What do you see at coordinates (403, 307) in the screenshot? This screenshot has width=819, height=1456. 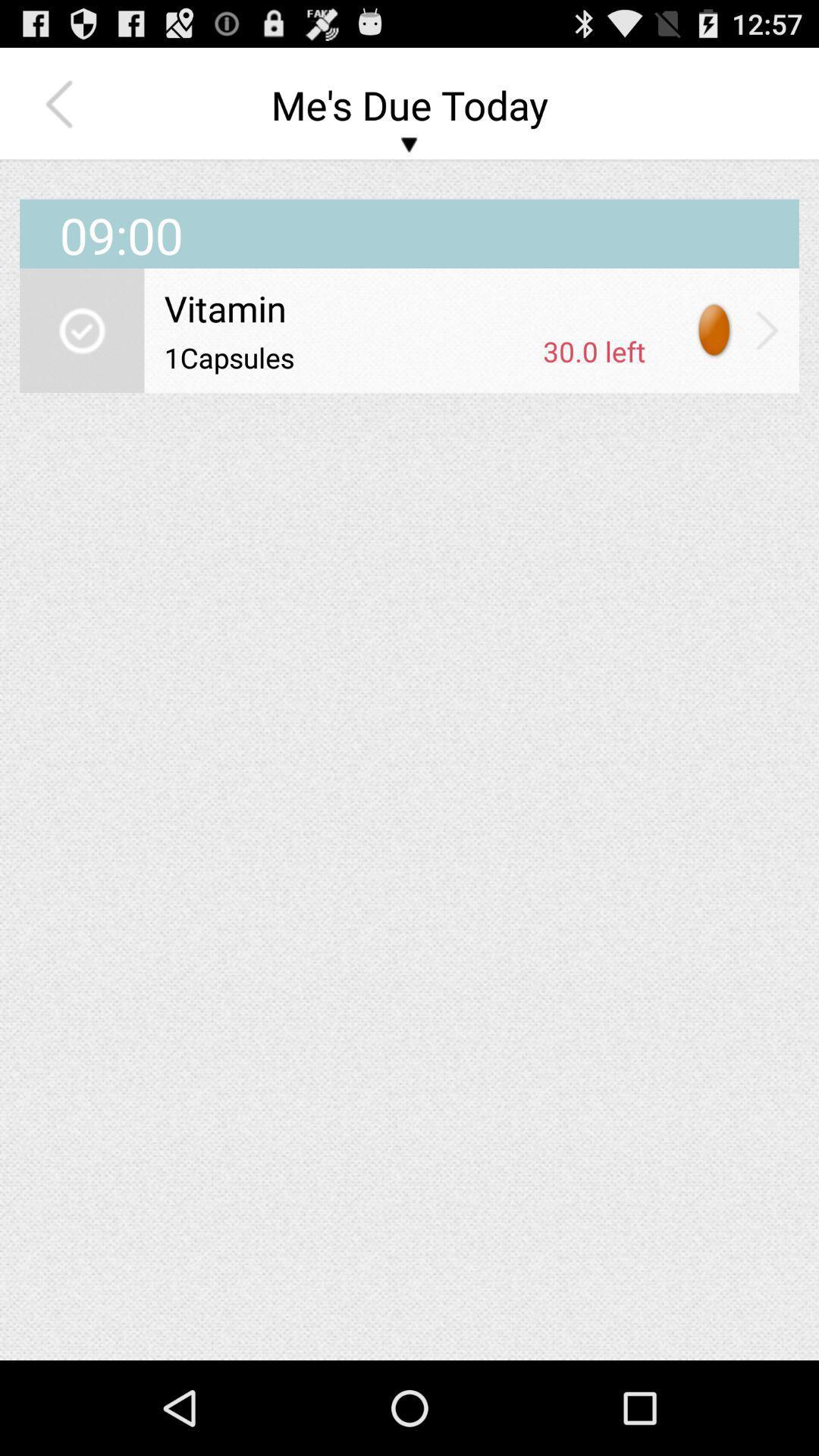 I see `the vitamin item` at bounding box center [403, 307].